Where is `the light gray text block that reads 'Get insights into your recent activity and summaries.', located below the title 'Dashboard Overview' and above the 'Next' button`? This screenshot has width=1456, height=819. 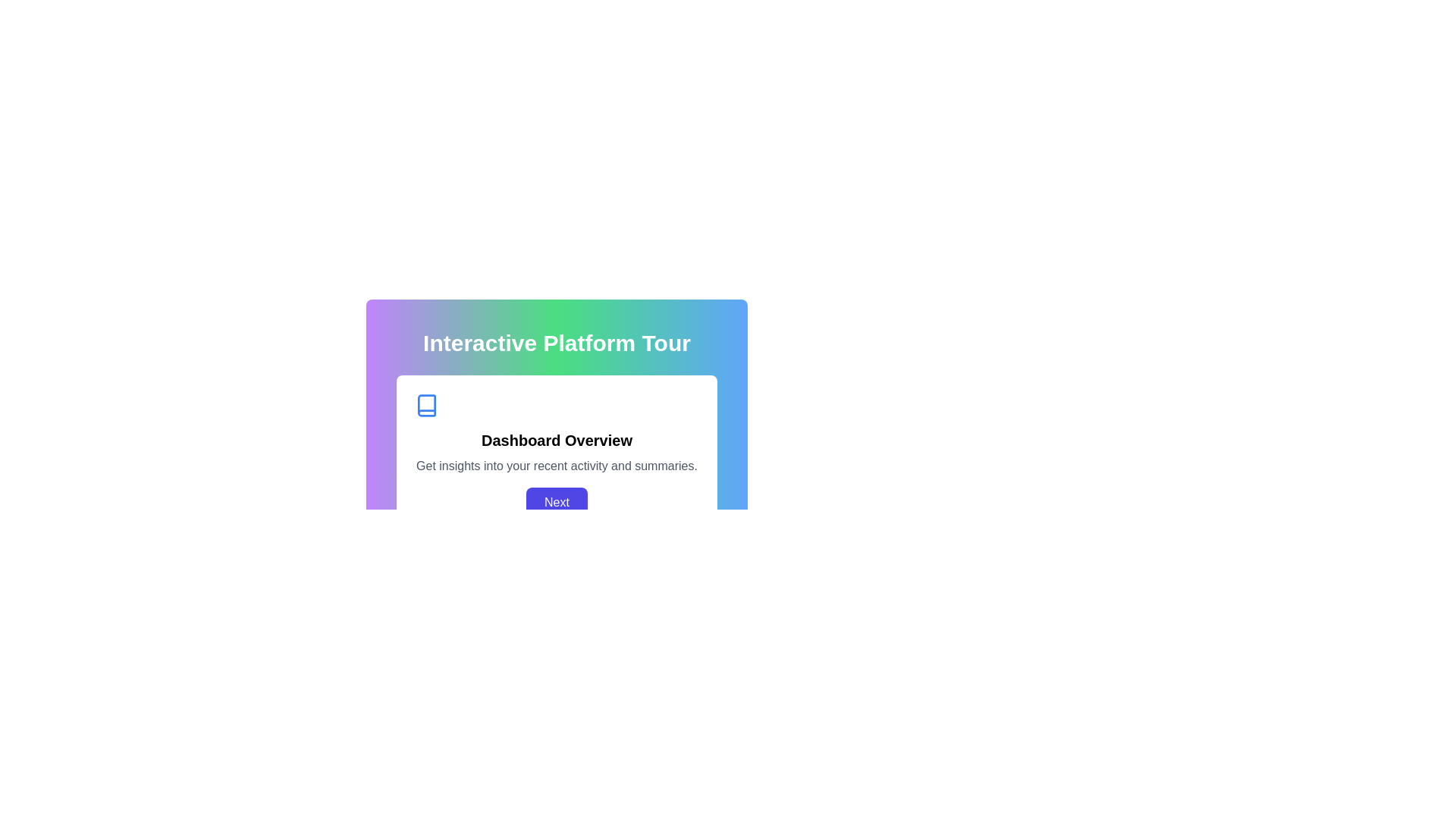
the light gray text block that reads 'Get insights into your recent activity and summaries.', located below the title 'Dashboard Overview' and above the 'Next' button is located at coordinates (556, 465).